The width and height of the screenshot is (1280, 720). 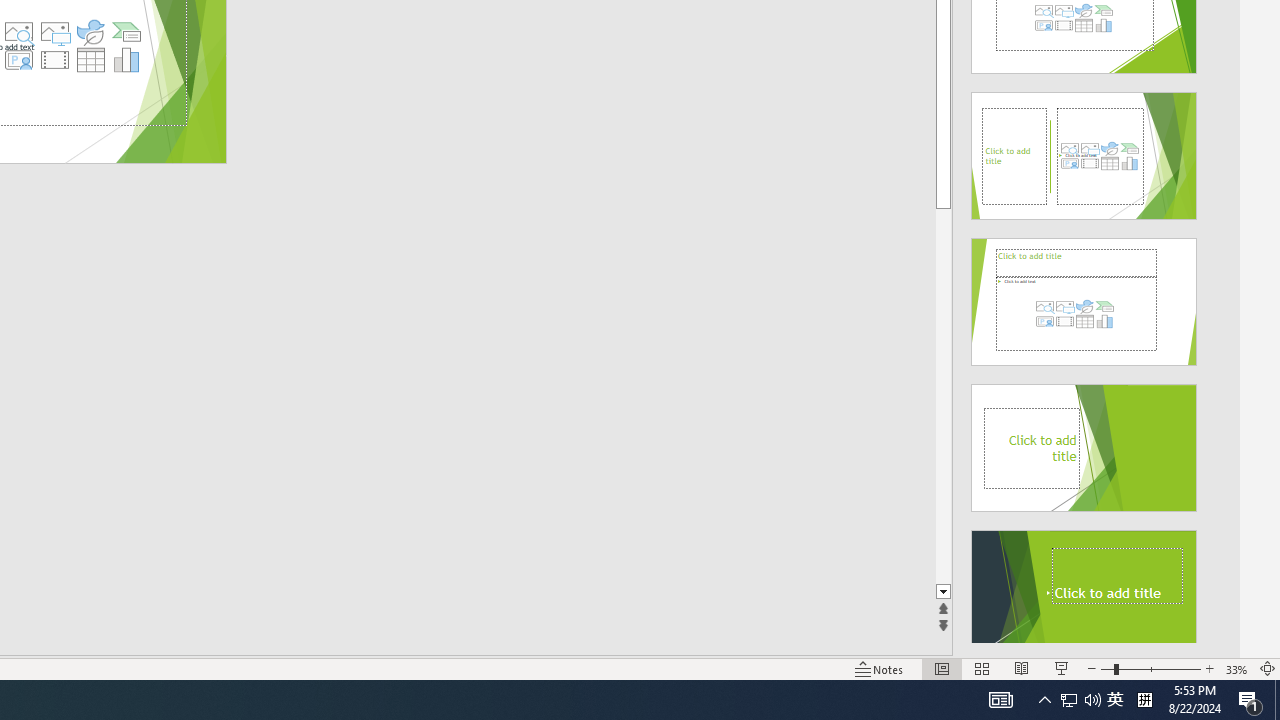 I want to click on 'Zoom 33%', so click(x=1236, y=669).